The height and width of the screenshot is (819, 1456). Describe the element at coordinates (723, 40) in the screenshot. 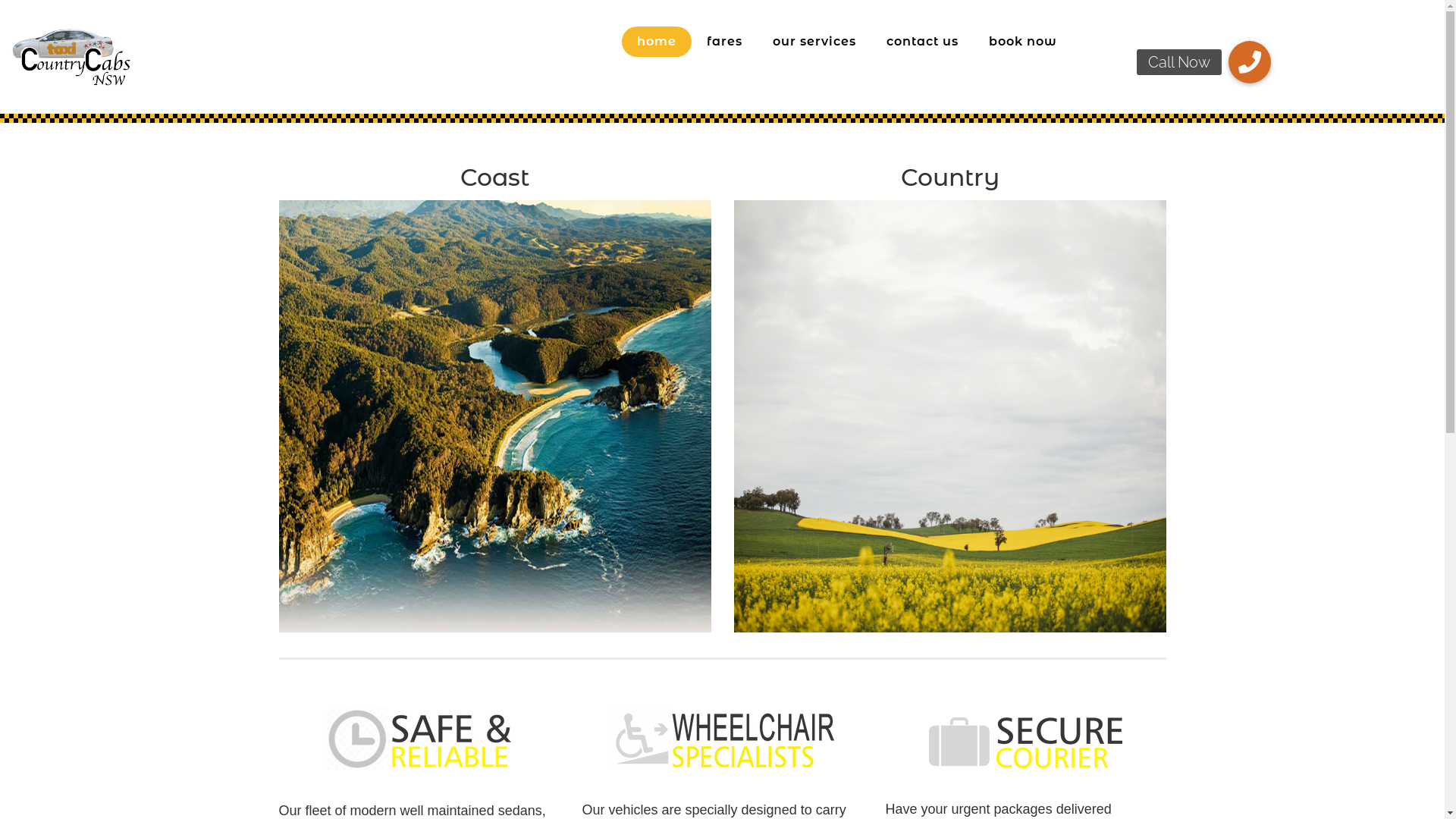

I see `'fares'` at that location.